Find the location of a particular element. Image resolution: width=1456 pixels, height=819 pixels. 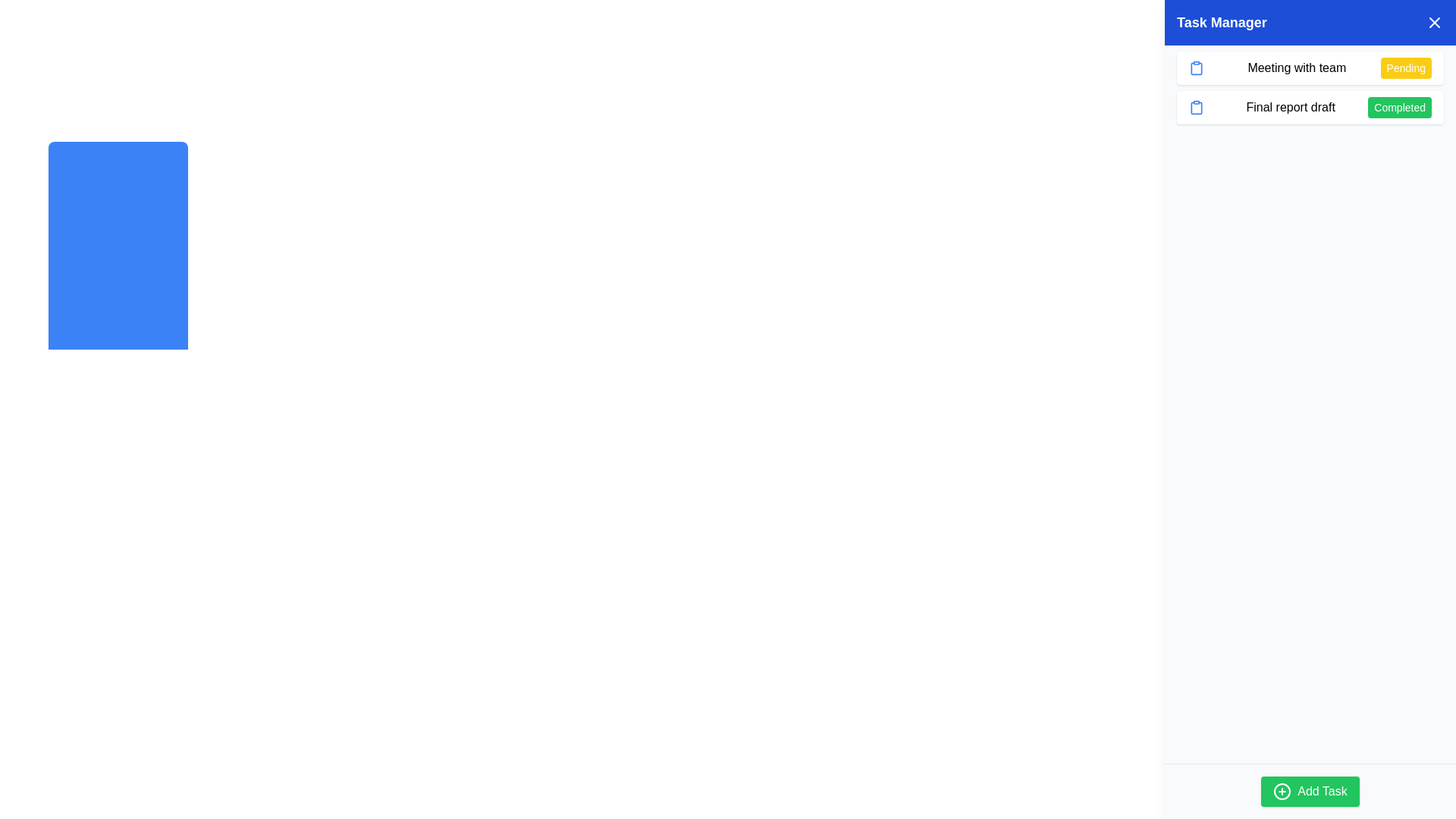

the text label representing the title or subject of a task, located at the top of the first task's details in the Task Manager section is located at coordinates (1296, 67).